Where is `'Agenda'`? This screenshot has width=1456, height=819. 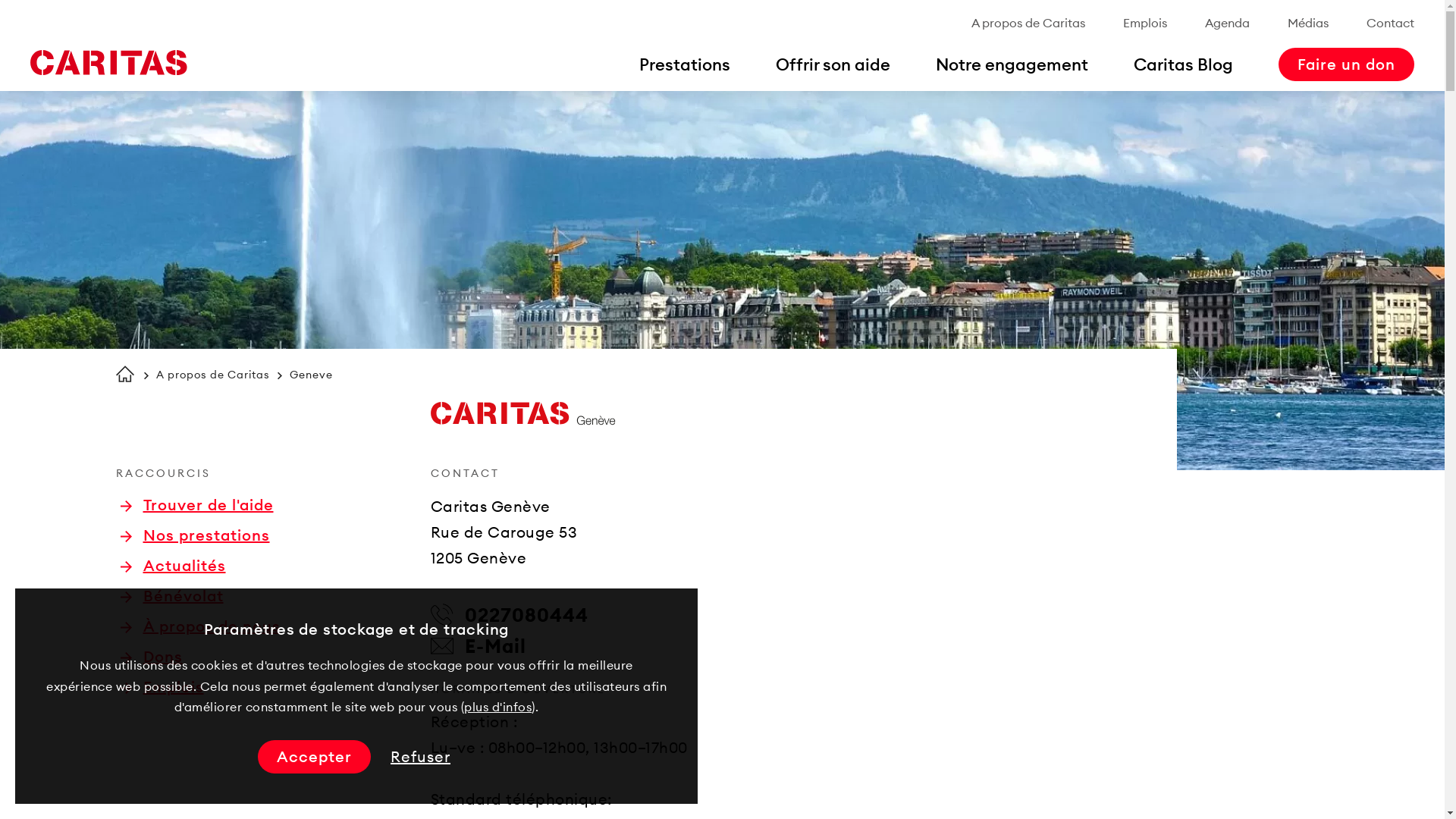
'Agenda' is located at coordinates (1203, 23).